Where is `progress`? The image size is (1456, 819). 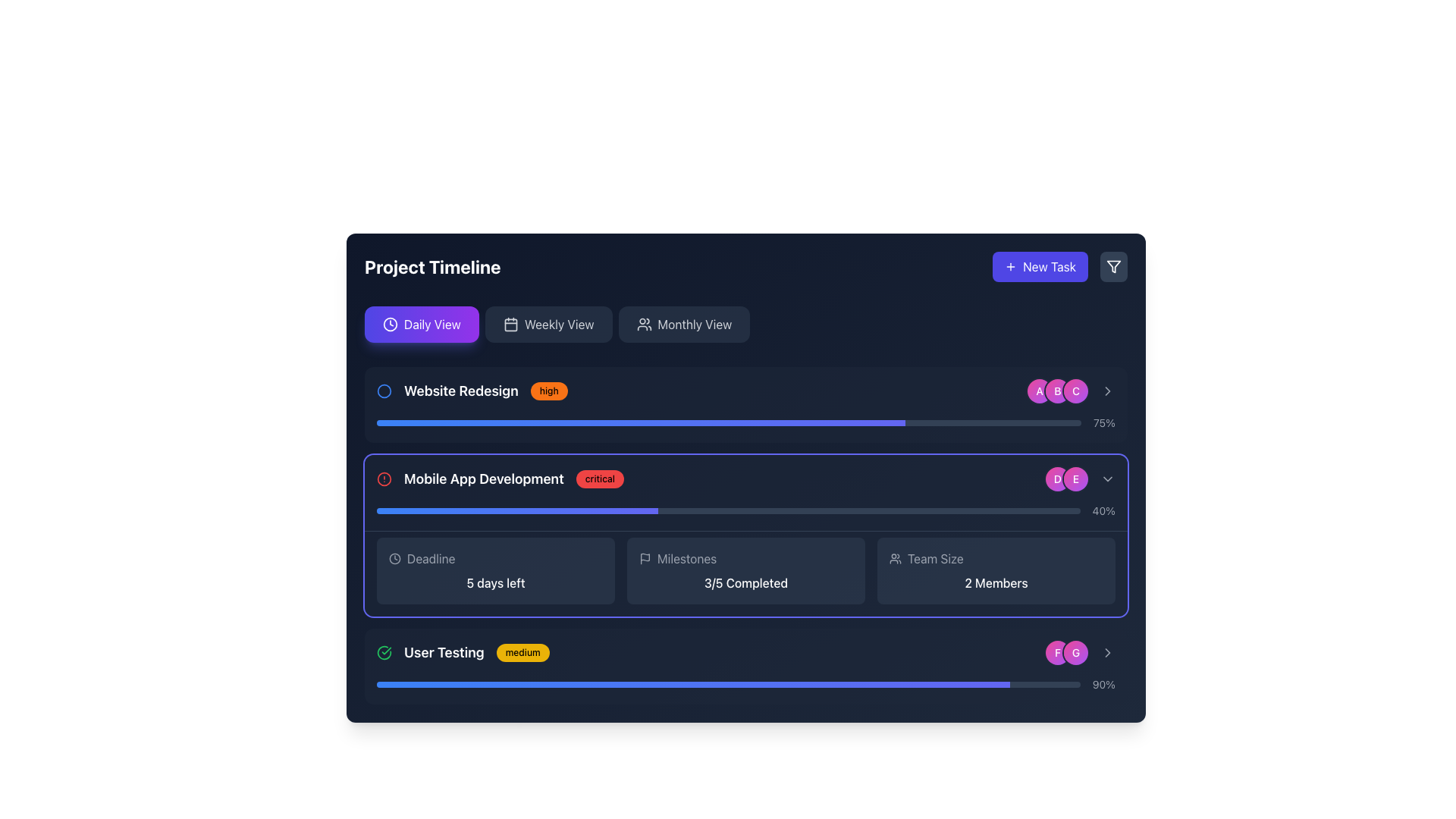
progress is located at coordinates (793, 423).